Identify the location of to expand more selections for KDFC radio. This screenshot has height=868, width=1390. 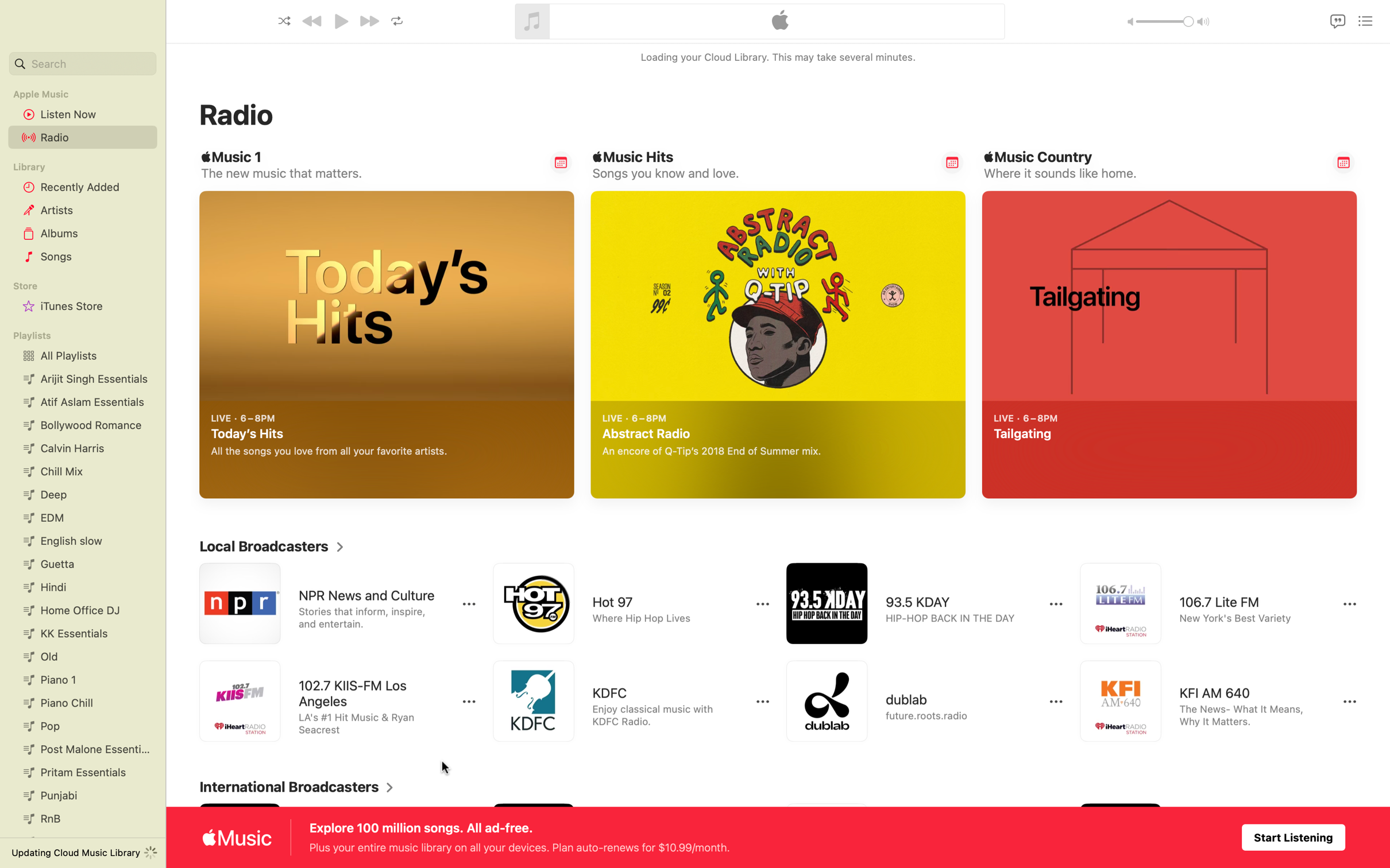
(763, 702).